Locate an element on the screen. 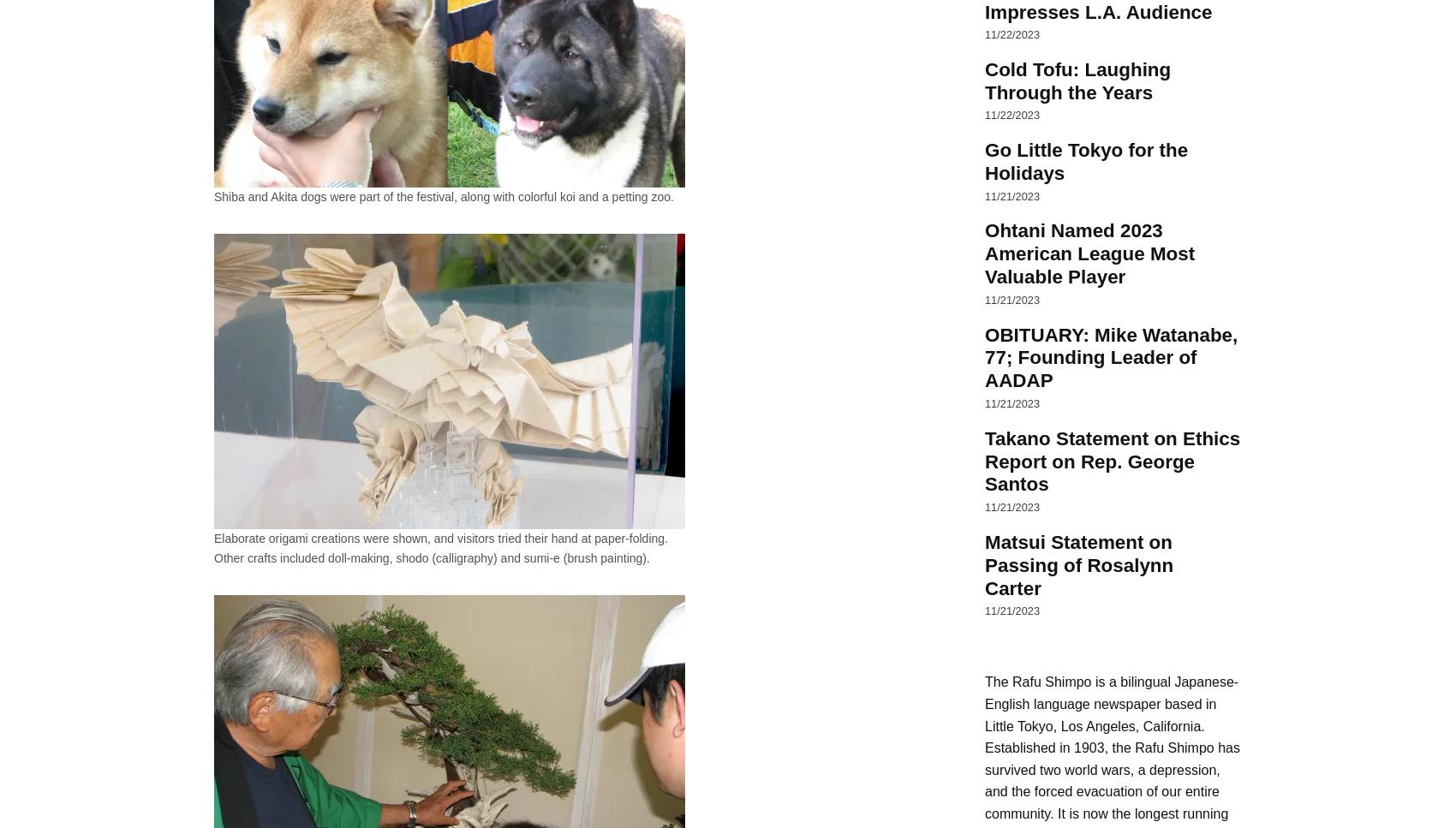 The image size is (1456, 828). 'Takano Statement on Ethics Report on Rep. George Santos' is located at coordinates (985, 461).